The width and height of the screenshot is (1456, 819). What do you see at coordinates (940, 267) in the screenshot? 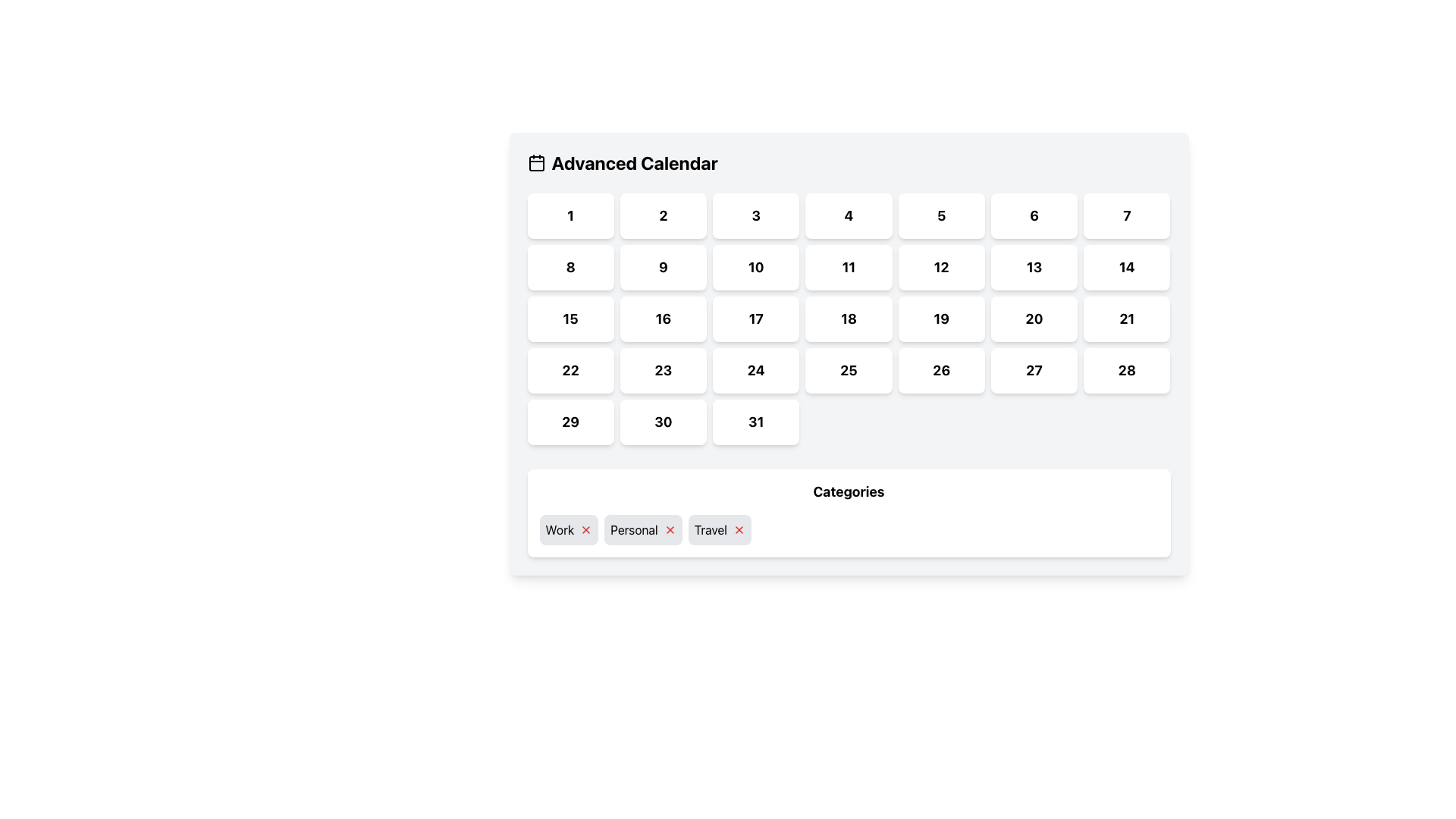
I see `the button labeled '12'` at bounding box center [940, 267].